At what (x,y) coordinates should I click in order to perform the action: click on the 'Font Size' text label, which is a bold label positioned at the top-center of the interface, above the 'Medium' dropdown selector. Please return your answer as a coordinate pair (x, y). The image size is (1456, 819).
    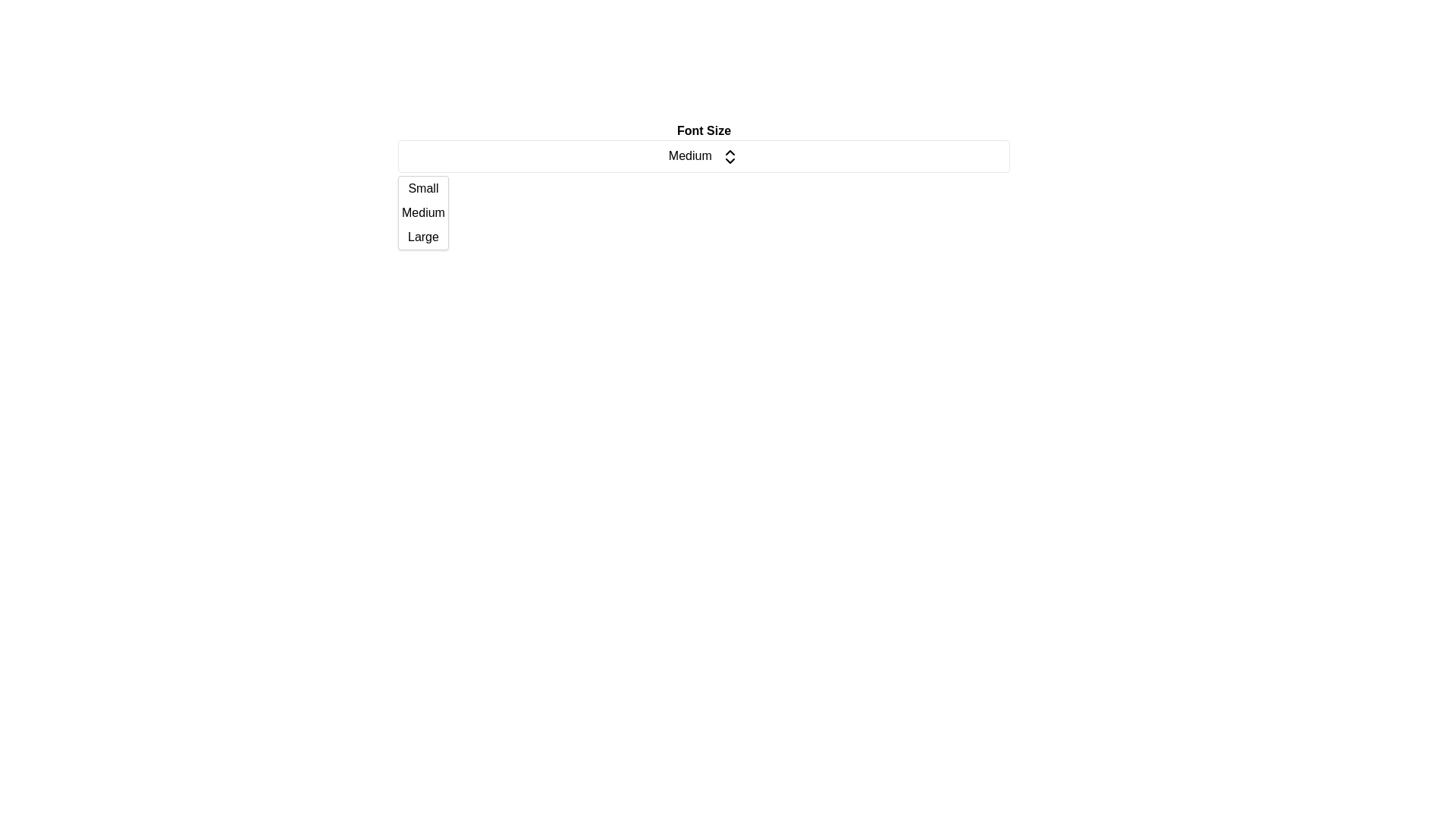
    Looking at the image, I should click on (703, 130).